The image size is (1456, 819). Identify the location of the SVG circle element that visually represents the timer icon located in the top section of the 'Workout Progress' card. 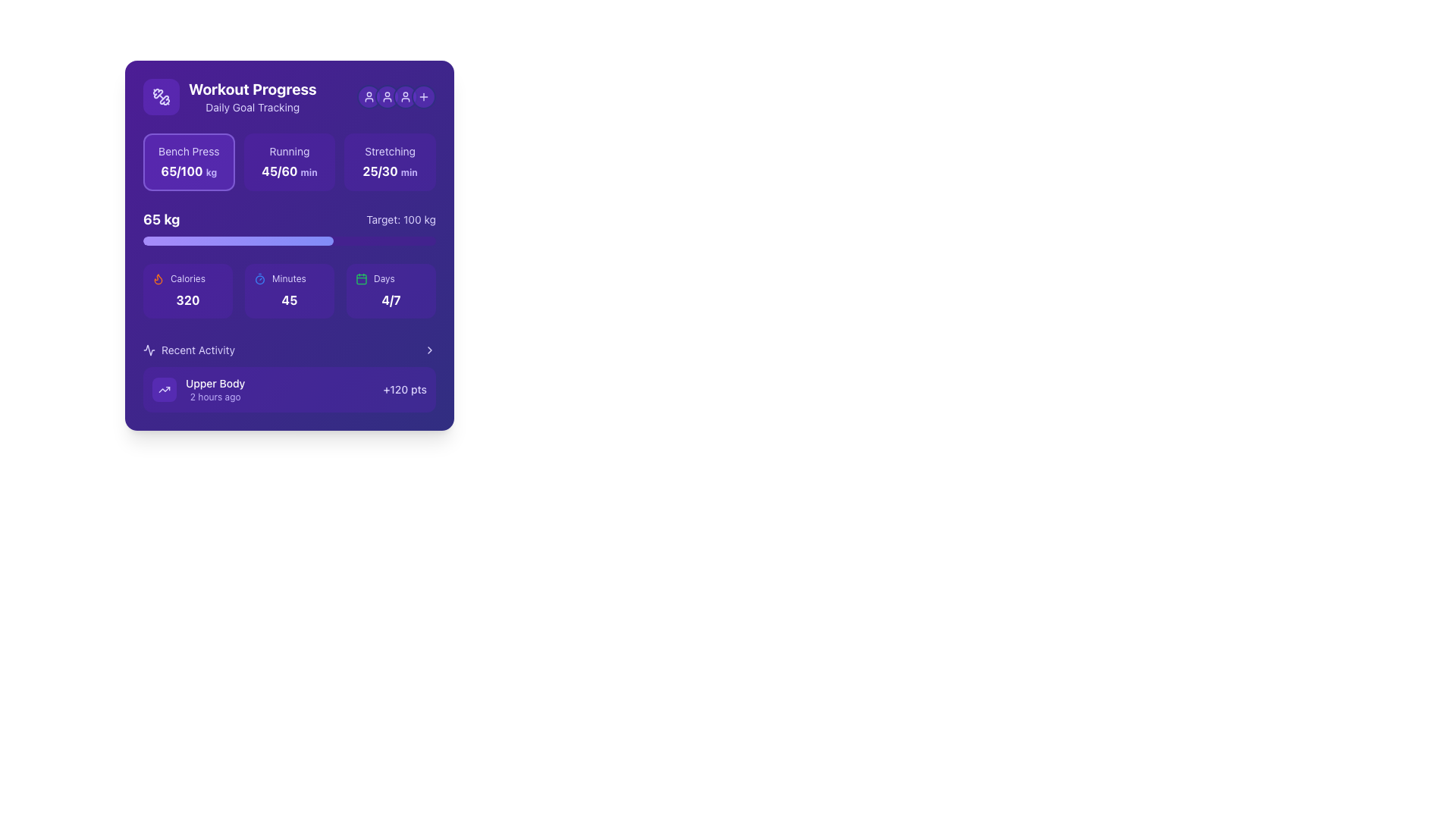
(259, 280).